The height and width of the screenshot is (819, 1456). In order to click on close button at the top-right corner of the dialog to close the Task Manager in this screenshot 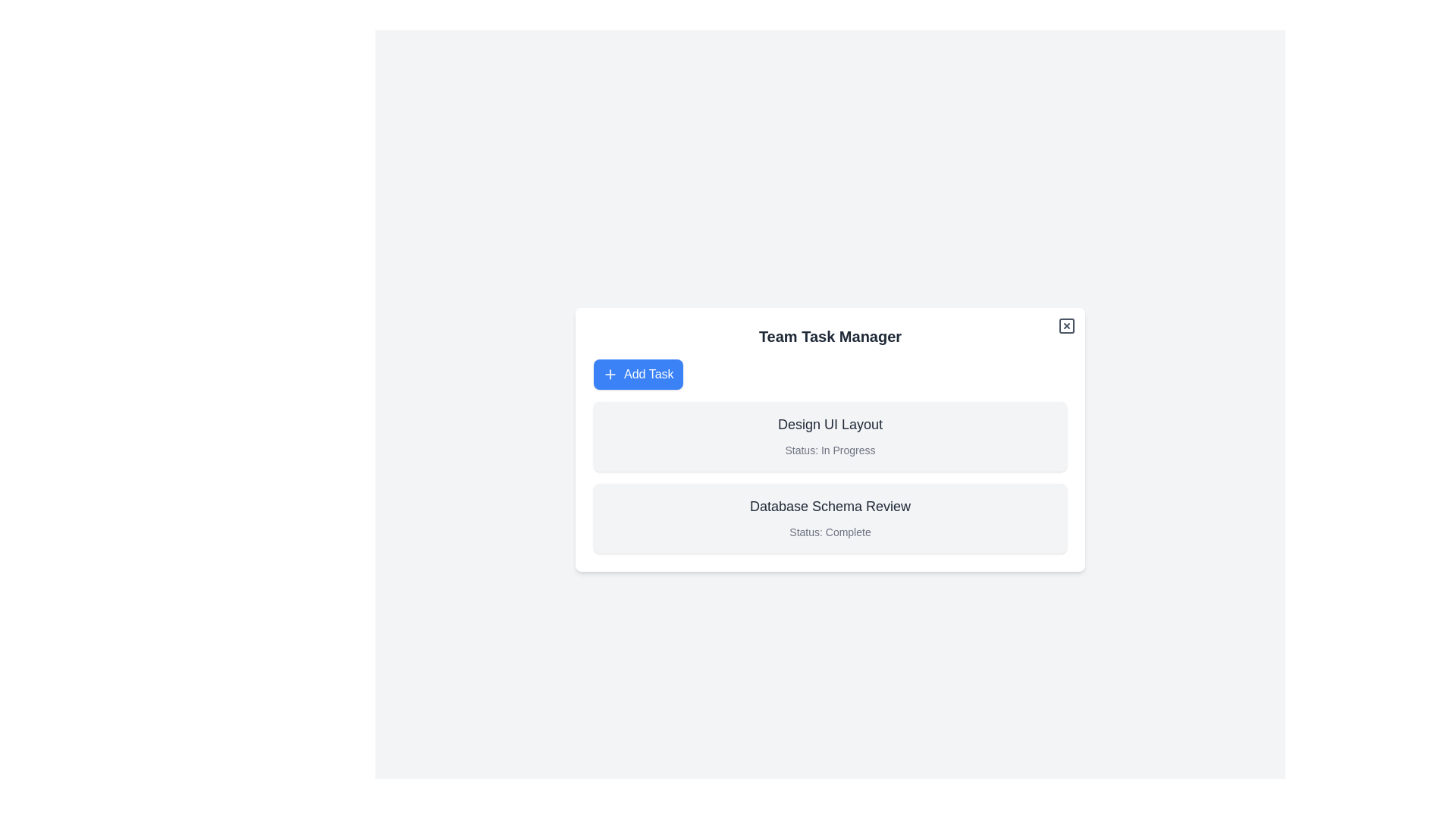, I will do `click(1065, 325)`.